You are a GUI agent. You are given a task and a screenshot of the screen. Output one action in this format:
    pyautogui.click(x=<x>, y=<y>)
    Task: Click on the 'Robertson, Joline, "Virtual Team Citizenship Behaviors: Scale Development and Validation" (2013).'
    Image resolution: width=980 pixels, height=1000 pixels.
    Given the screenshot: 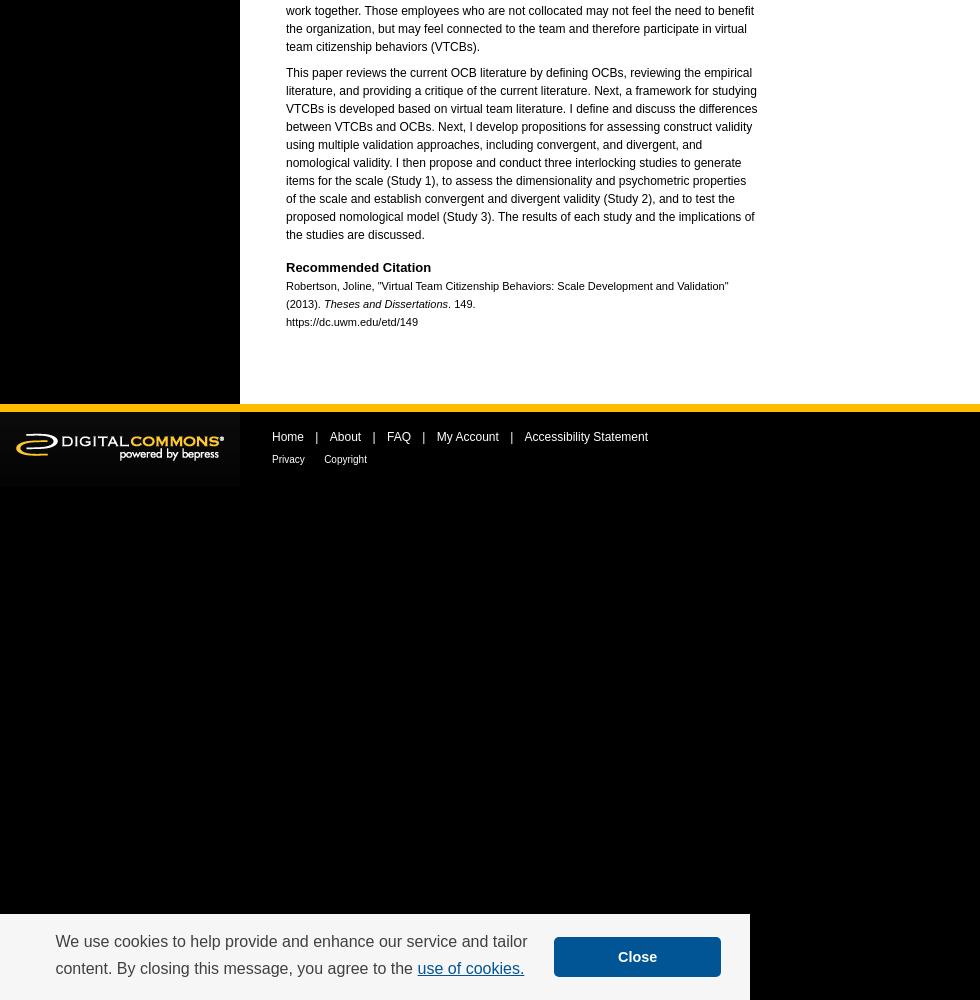 What is the action you would take?
    pyautogui.click(x=285, y=295)
    